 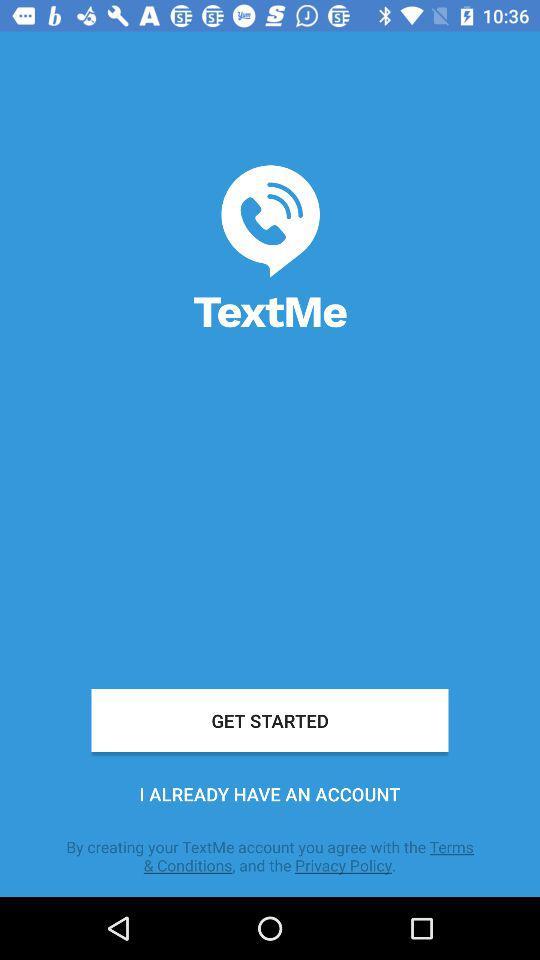 What do you see at coordinates (270, 855) in the screenshot?
I see `by creating your item` at bounding box center [270, 855].